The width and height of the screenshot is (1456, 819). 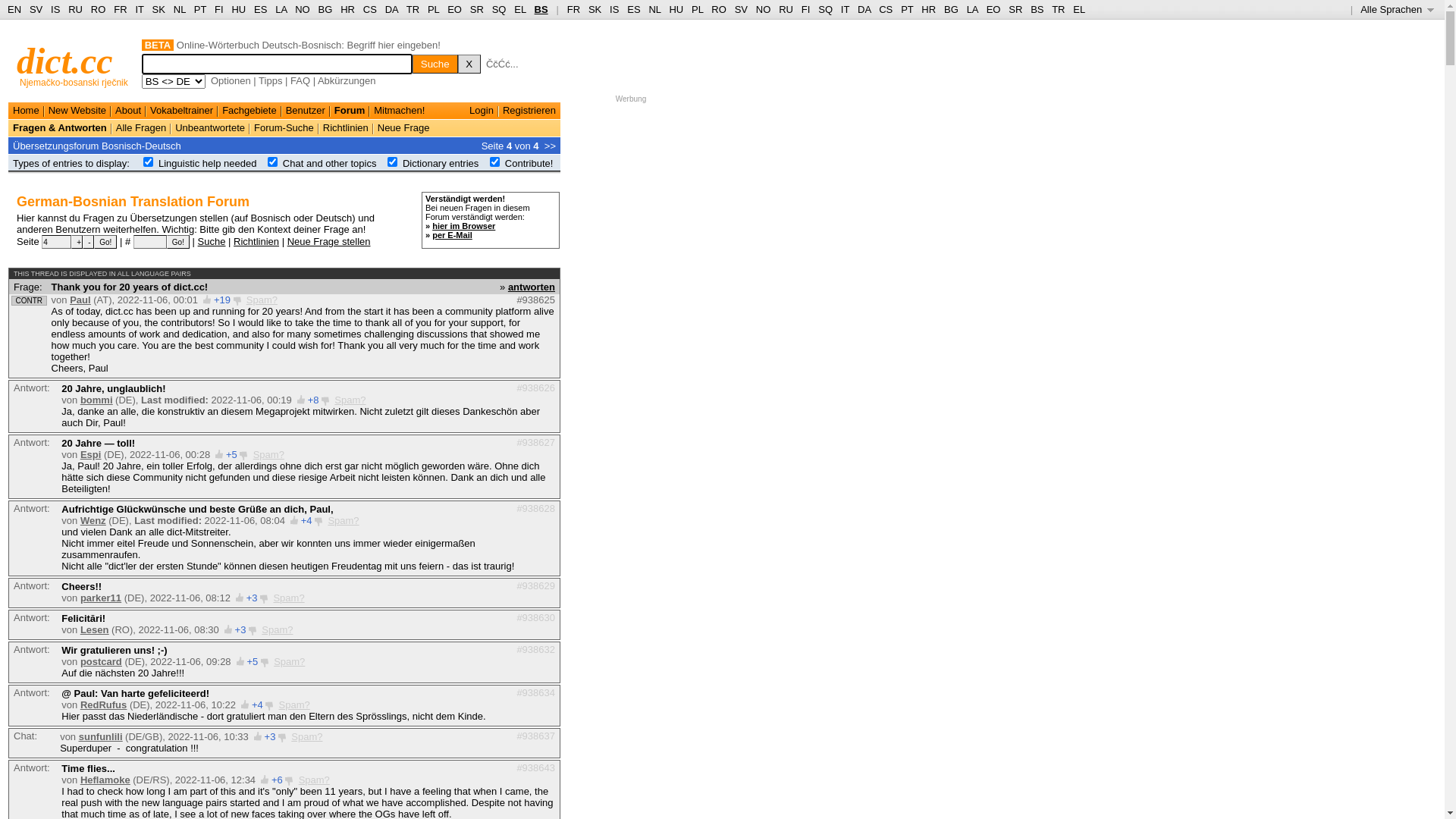 What do you see at coordinates (675, 9) in the screenshot?
I see `'HU'` at bounding box center [675, 9].